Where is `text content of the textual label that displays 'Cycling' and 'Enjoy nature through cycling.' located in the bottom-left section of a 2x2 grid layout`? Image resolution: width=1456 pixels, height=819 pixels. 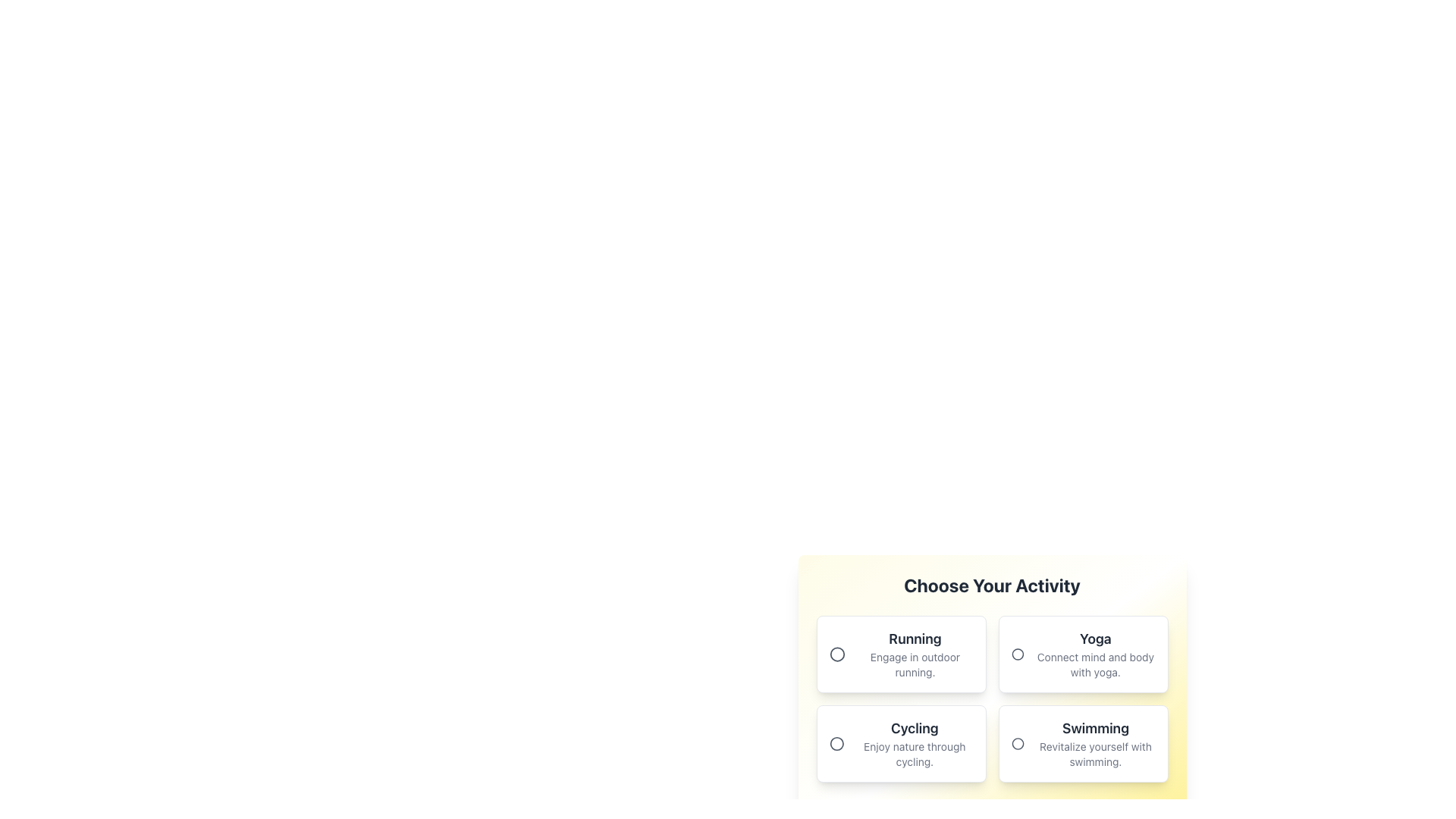 text content of the textual label that displays 'Cycling' and 'Enjoy nature through cycling.' located in the bottom-left section of a 2x2 grid layout is located at coordinates (914, 742).